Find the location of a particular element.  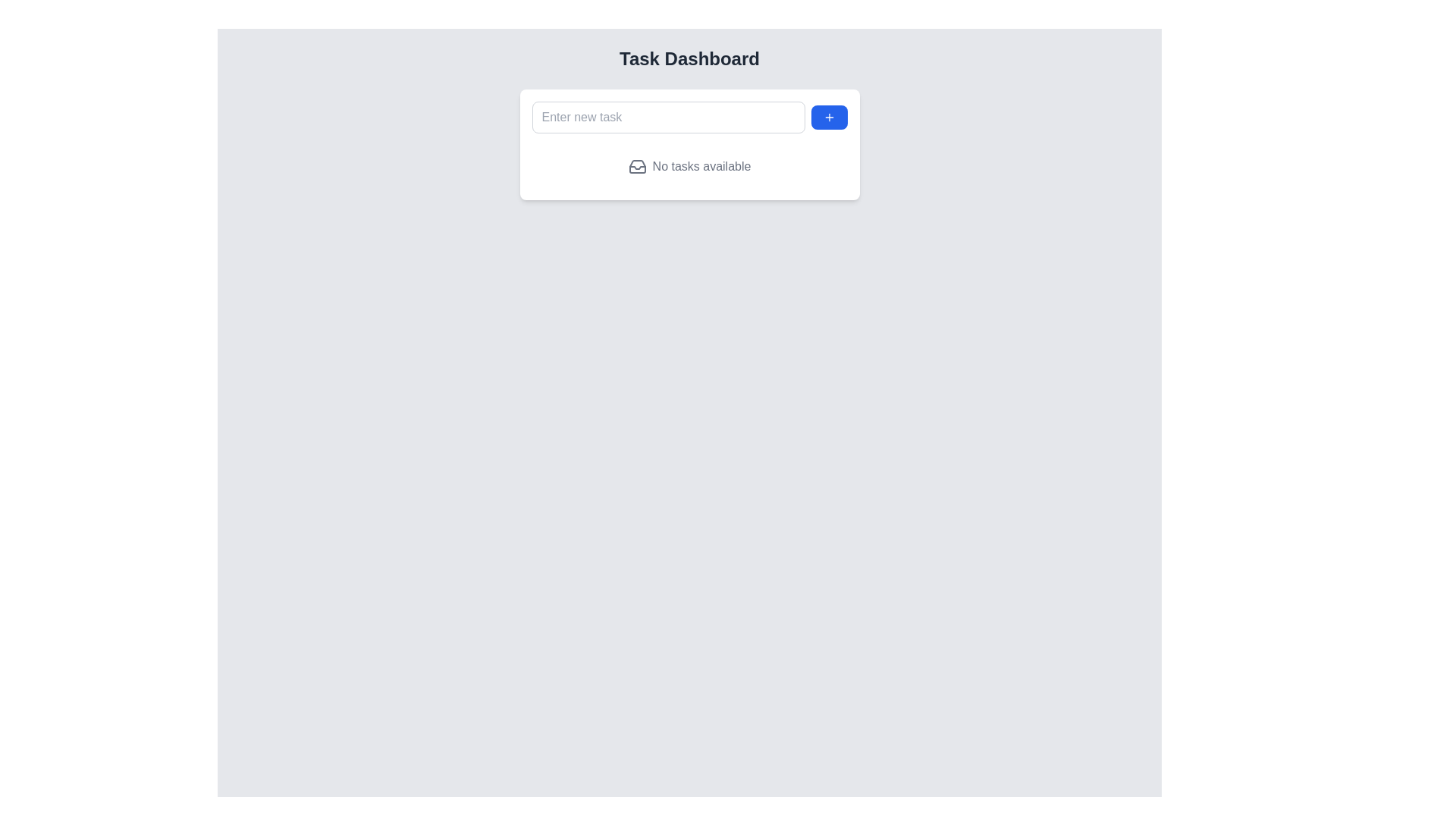

the 'Add Task' button located to the right of the 'Enter new task' input field in the 'Task Dashboard' panel is located at coordinates (828, 116).